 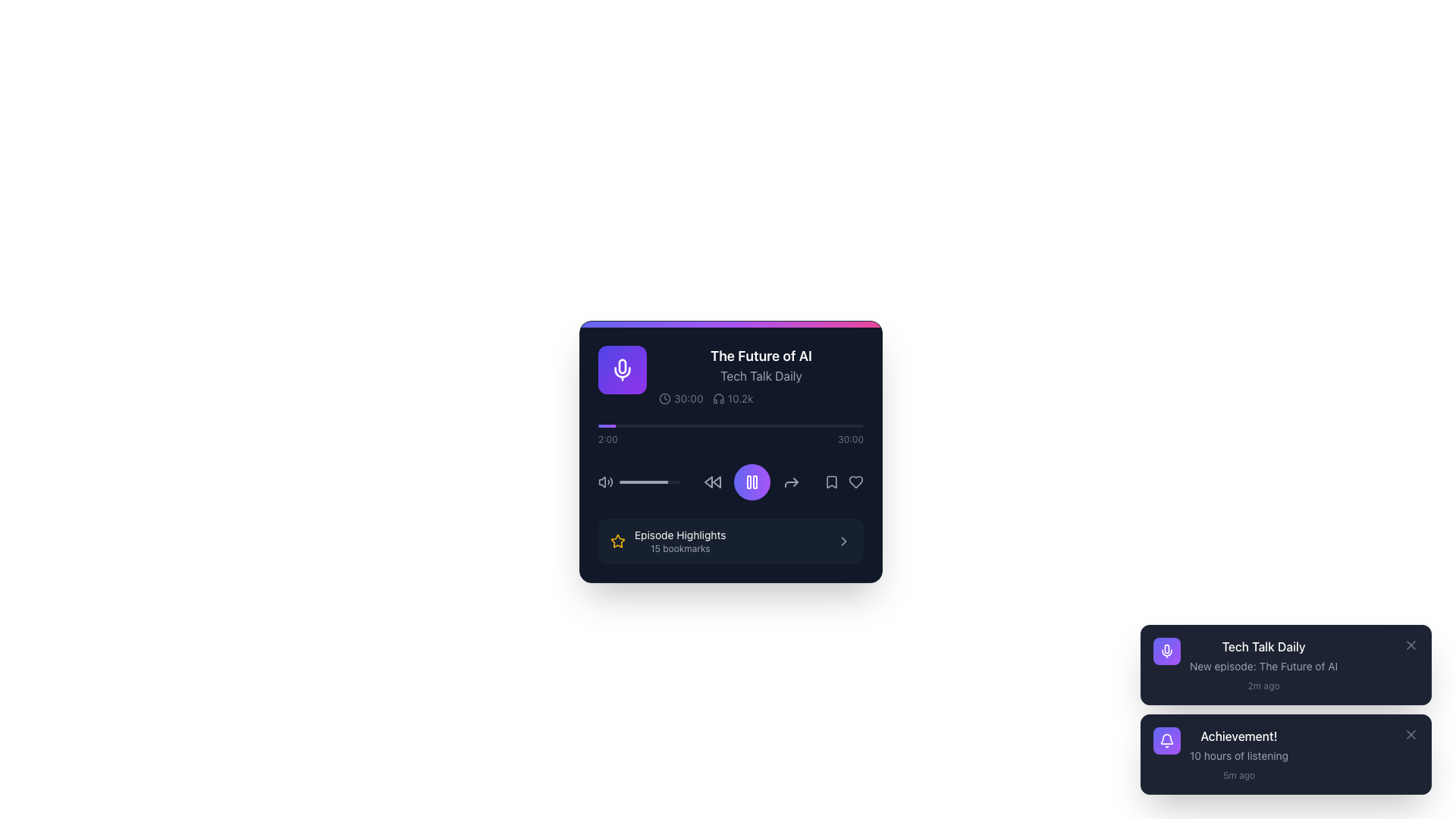 What do you see at coordinates (731, 435) in the screenshot?
I see `the progress bar with textual indicators displaying '2:00' and '30:00' located in the middle of the audio track information card` at bounding box center [731, 435].